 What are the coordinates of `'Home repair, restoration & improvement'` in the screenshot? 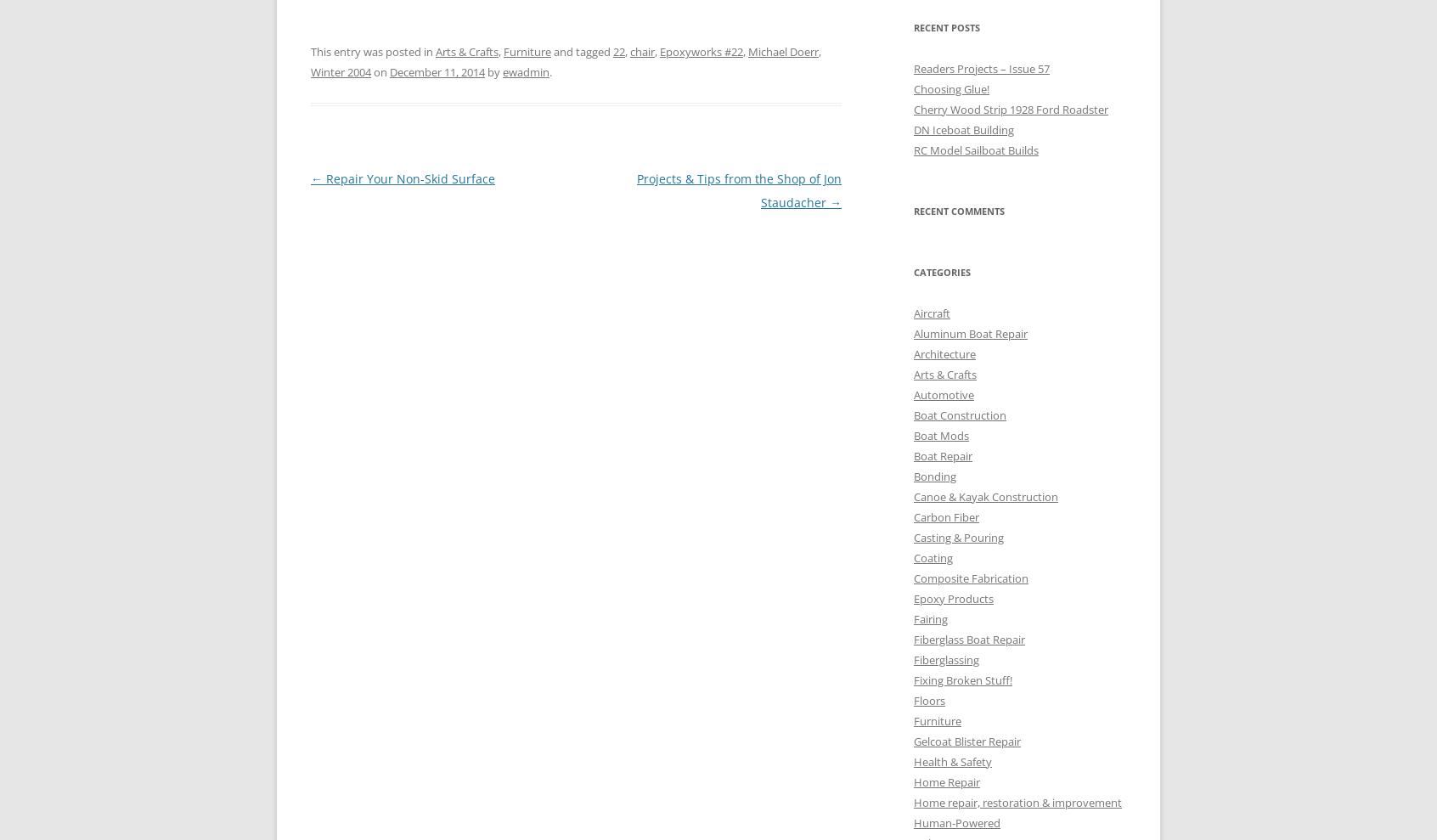 It's located at (1017, 802).